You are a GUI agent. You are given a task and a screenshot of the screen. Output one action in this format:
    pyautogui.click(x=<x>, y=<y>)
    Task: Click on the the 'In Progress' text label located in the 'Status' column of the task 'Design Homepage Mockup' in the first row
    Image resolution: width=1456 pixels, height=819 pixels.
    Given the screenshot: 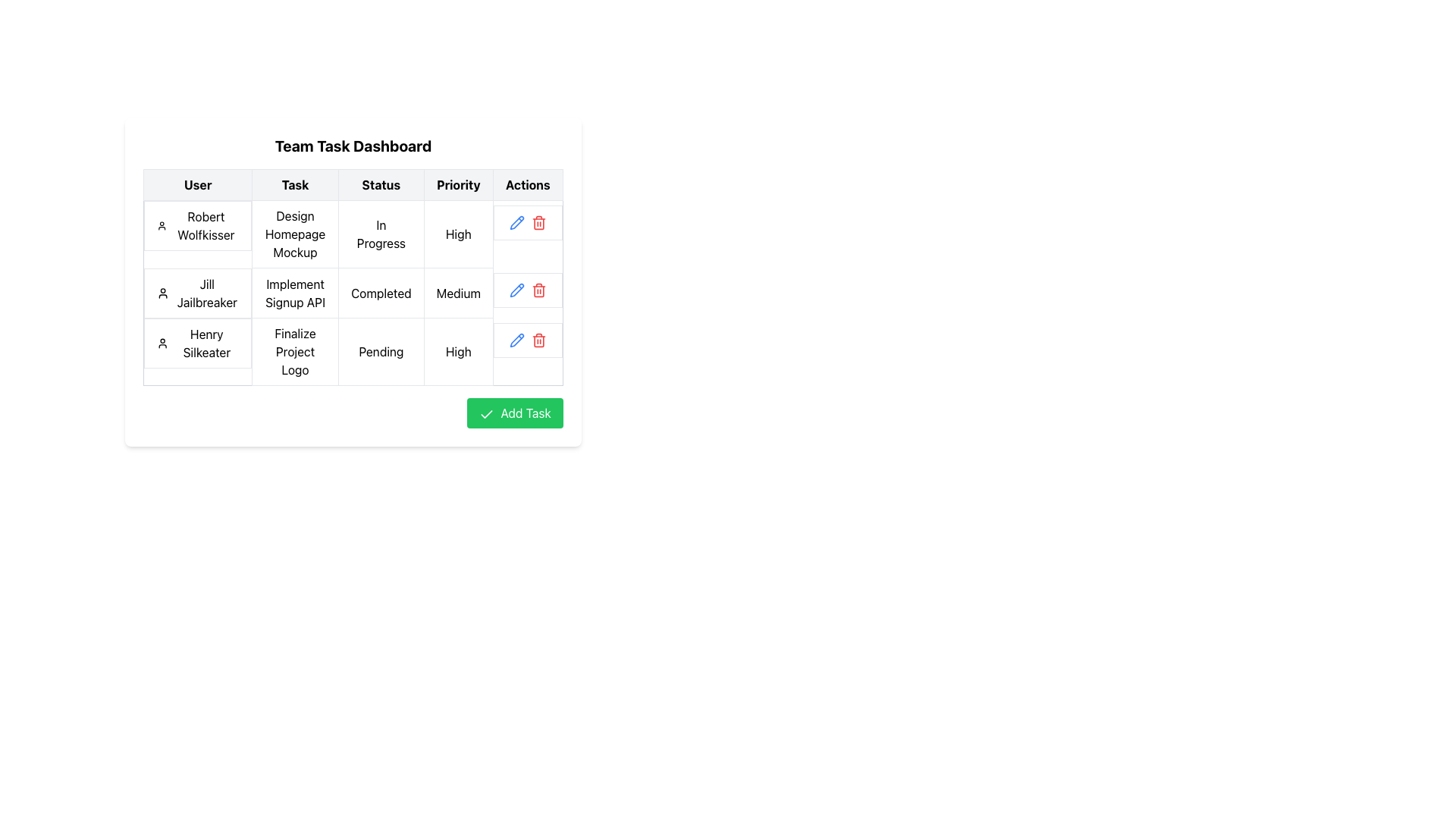 What is the action you would take?
    pyautogui.click(x=381, y=234)
    